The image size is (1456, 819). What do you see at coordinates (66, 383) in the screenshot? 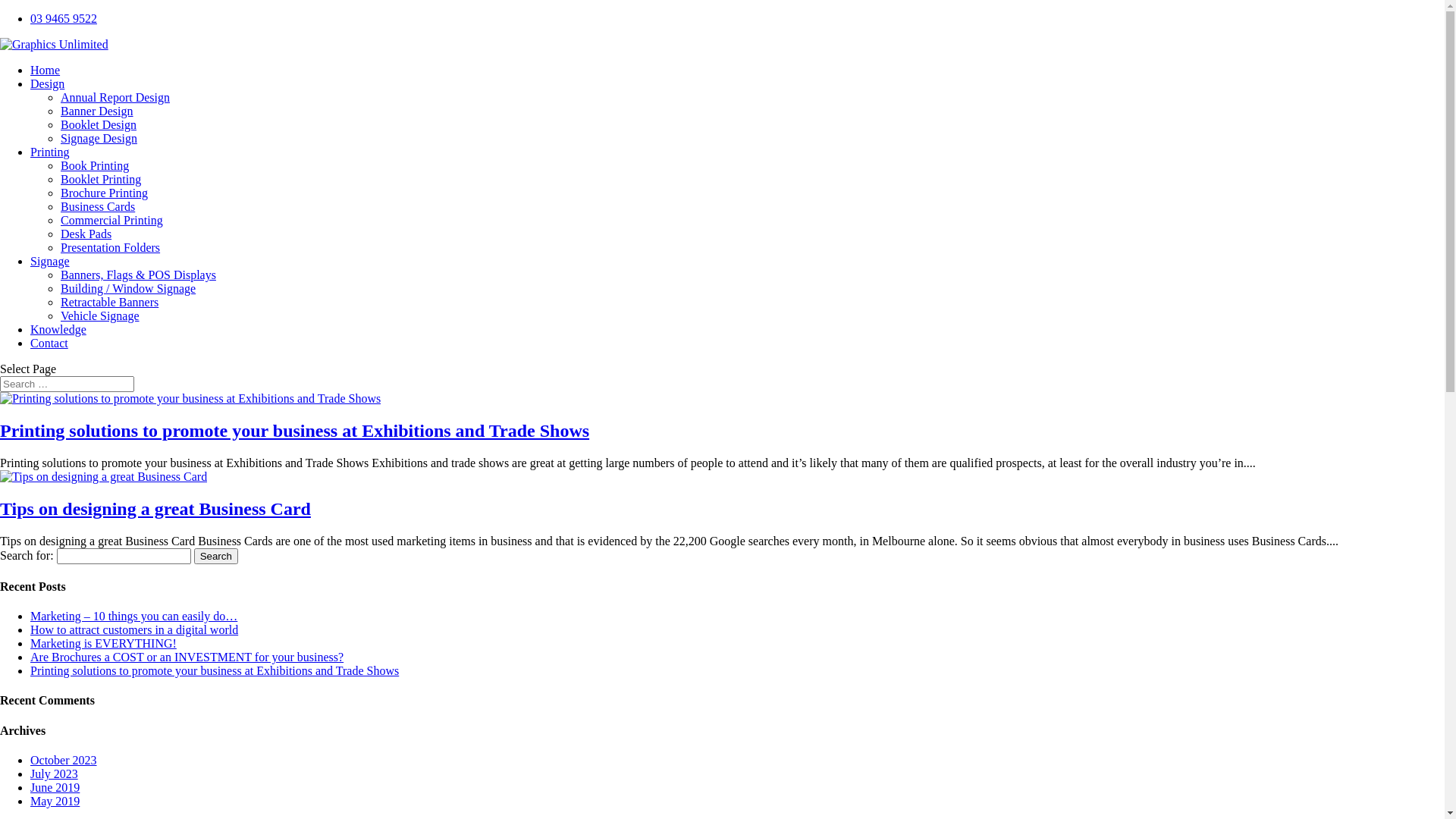
I see `'Search for:'` at bounding box center [66, 383].